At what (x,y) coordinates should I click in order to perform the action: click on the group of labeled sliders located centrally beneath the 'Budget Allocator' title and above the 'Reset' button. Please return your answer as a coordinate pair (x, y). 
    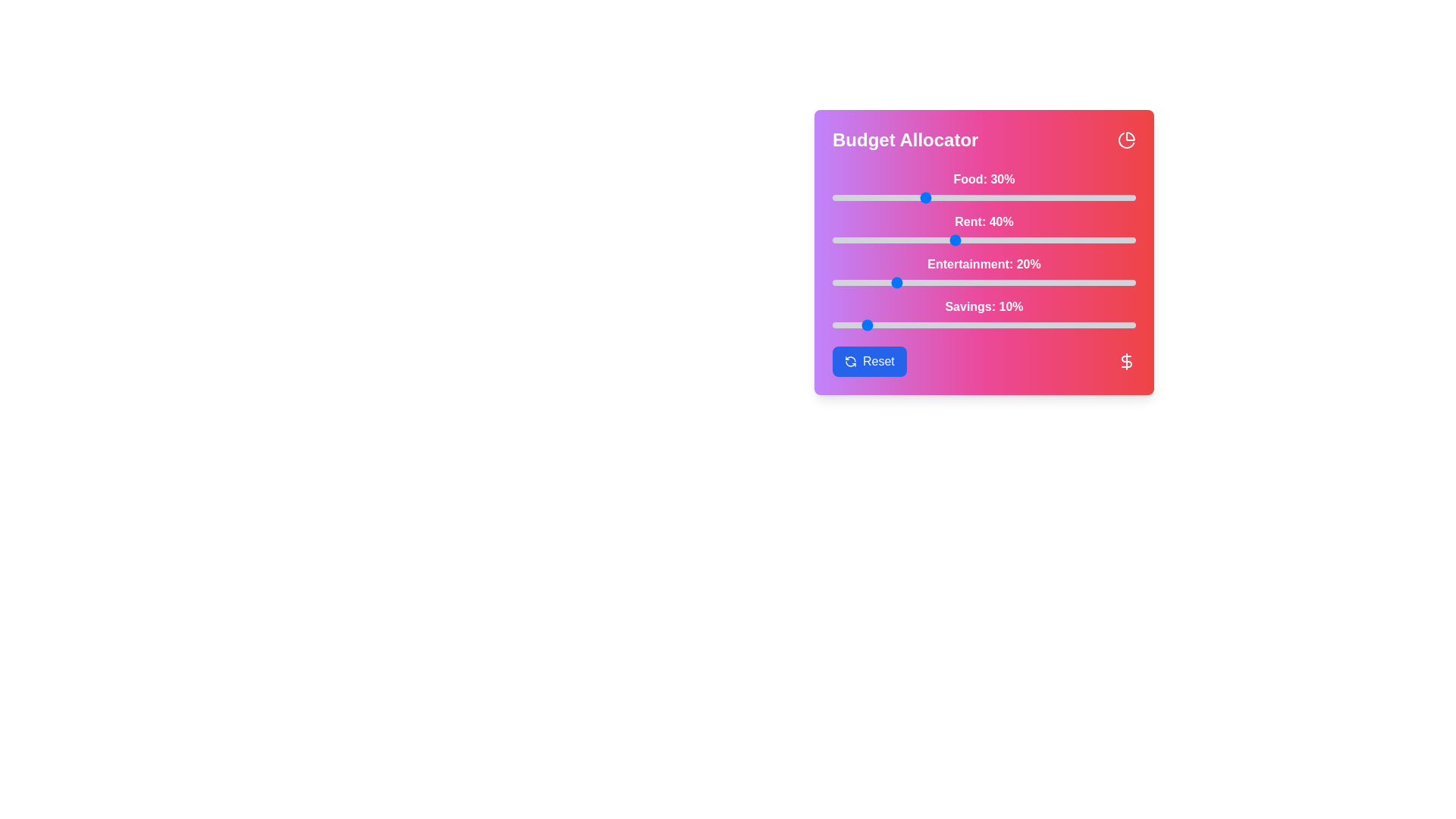
    Looking at the image, I should click on (984, 248).